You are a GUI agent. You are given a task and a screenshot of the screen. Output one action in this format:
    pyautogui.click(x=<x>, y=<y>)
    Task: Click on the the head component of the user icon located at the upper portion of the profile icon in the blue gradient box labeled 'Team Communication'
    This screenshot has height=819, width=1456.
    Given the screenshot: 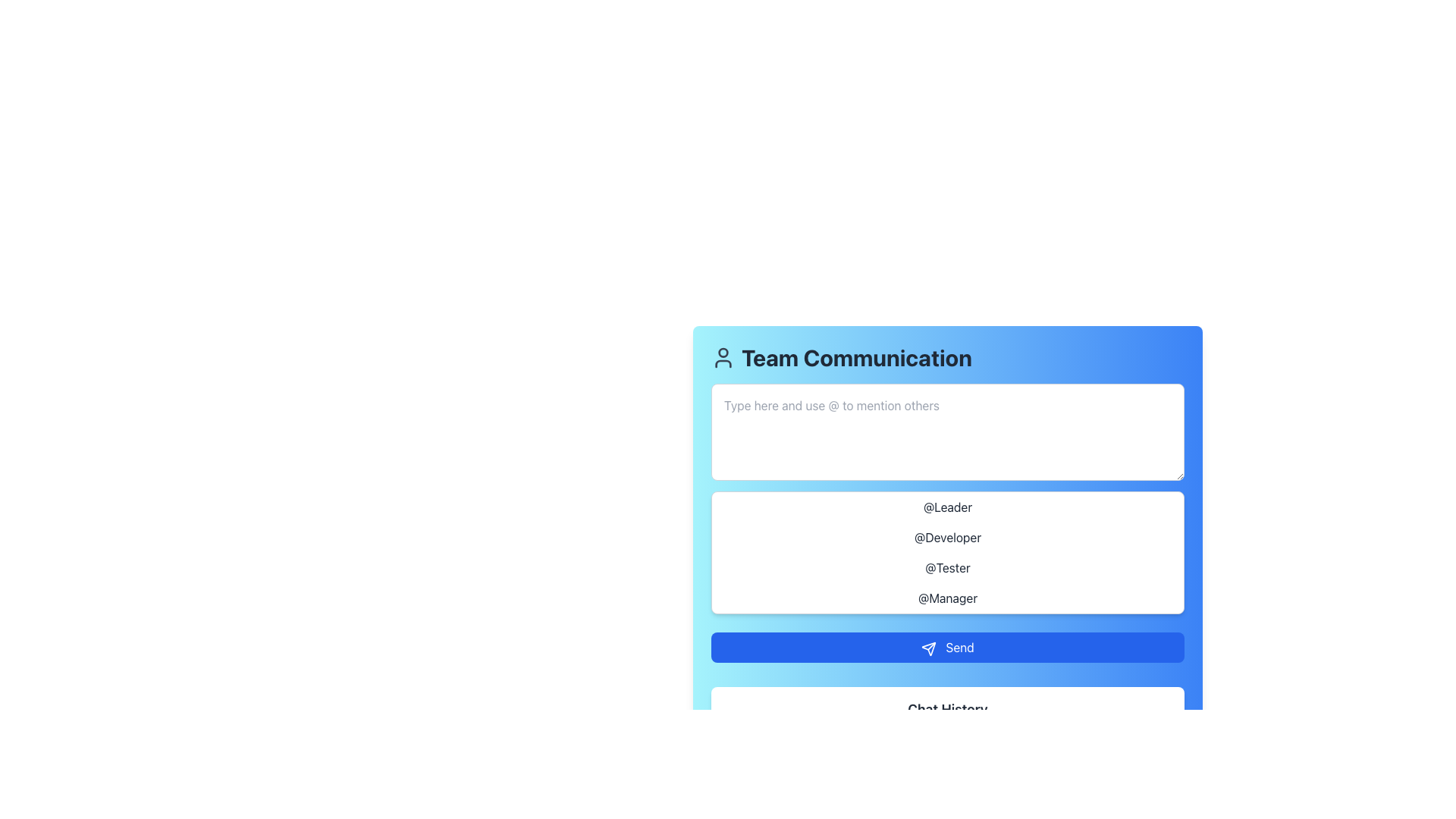 What is the action you would take?
    pyautogui.click(x=723, y=353)
    